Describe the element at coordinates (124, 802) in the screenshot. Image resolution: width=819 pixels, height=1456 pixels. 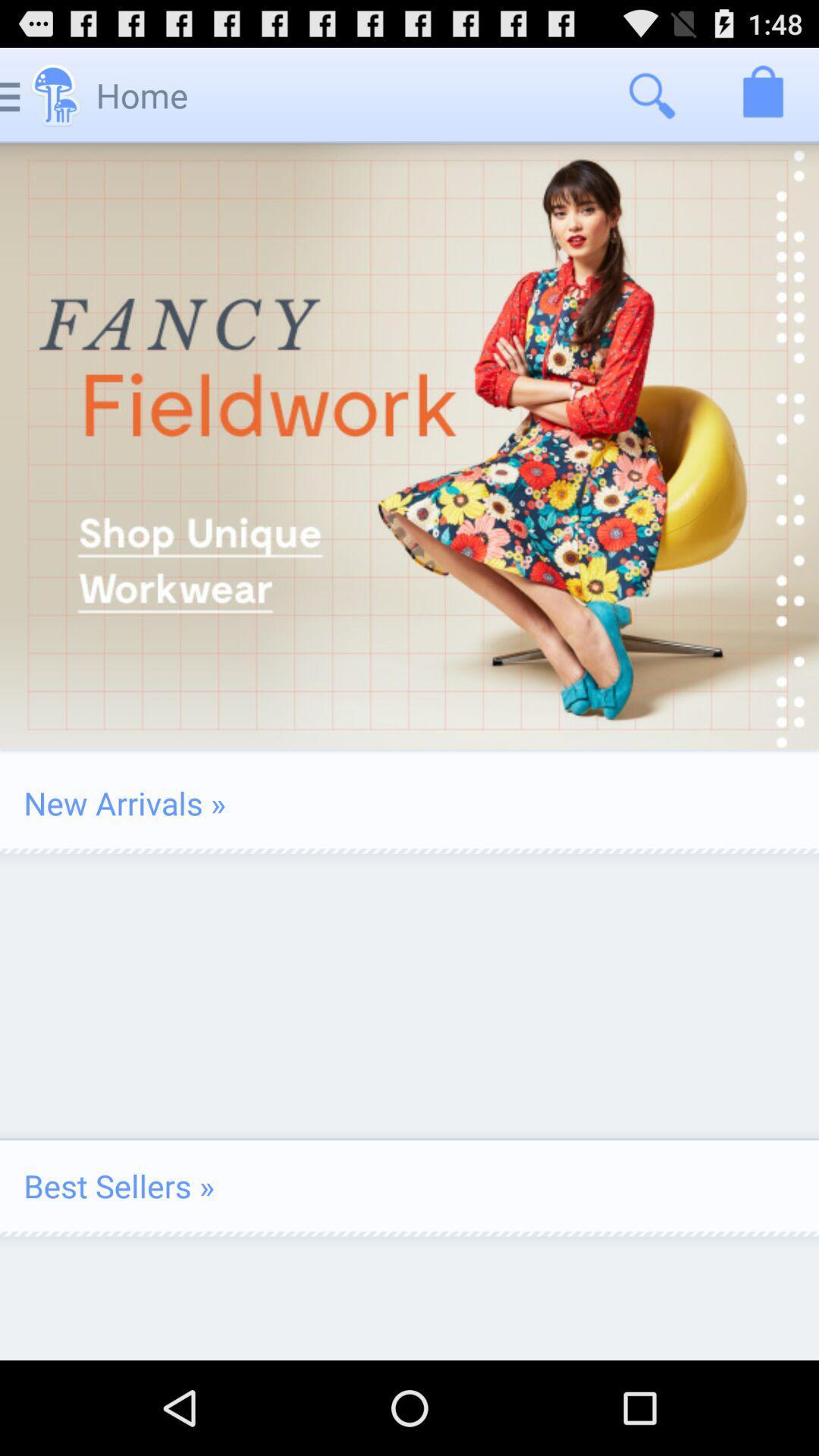
I see `icon on the left` at that location.